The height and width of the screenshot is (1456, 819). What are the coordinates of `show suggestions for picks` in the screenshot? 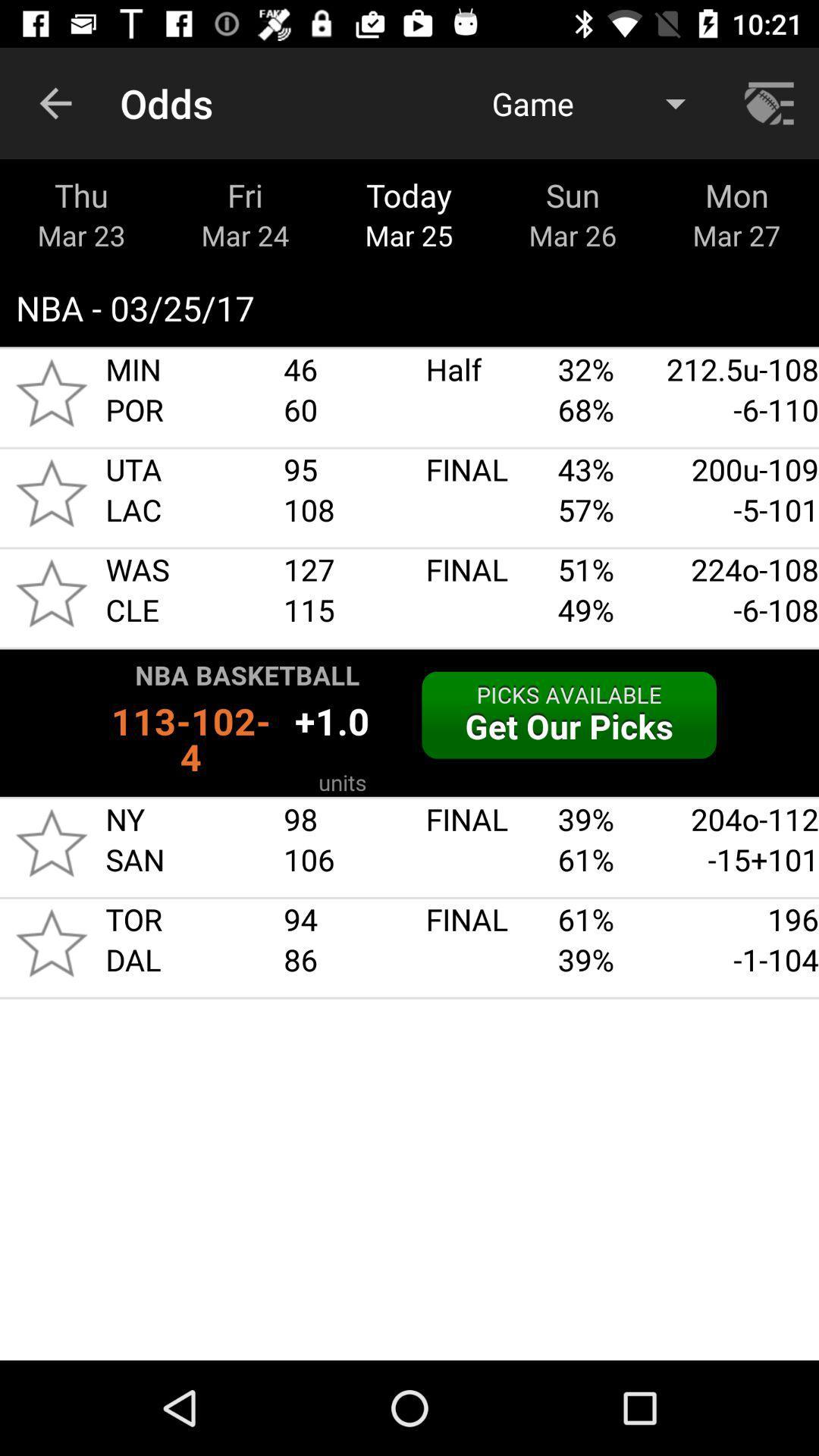 It's located at (409, 722).